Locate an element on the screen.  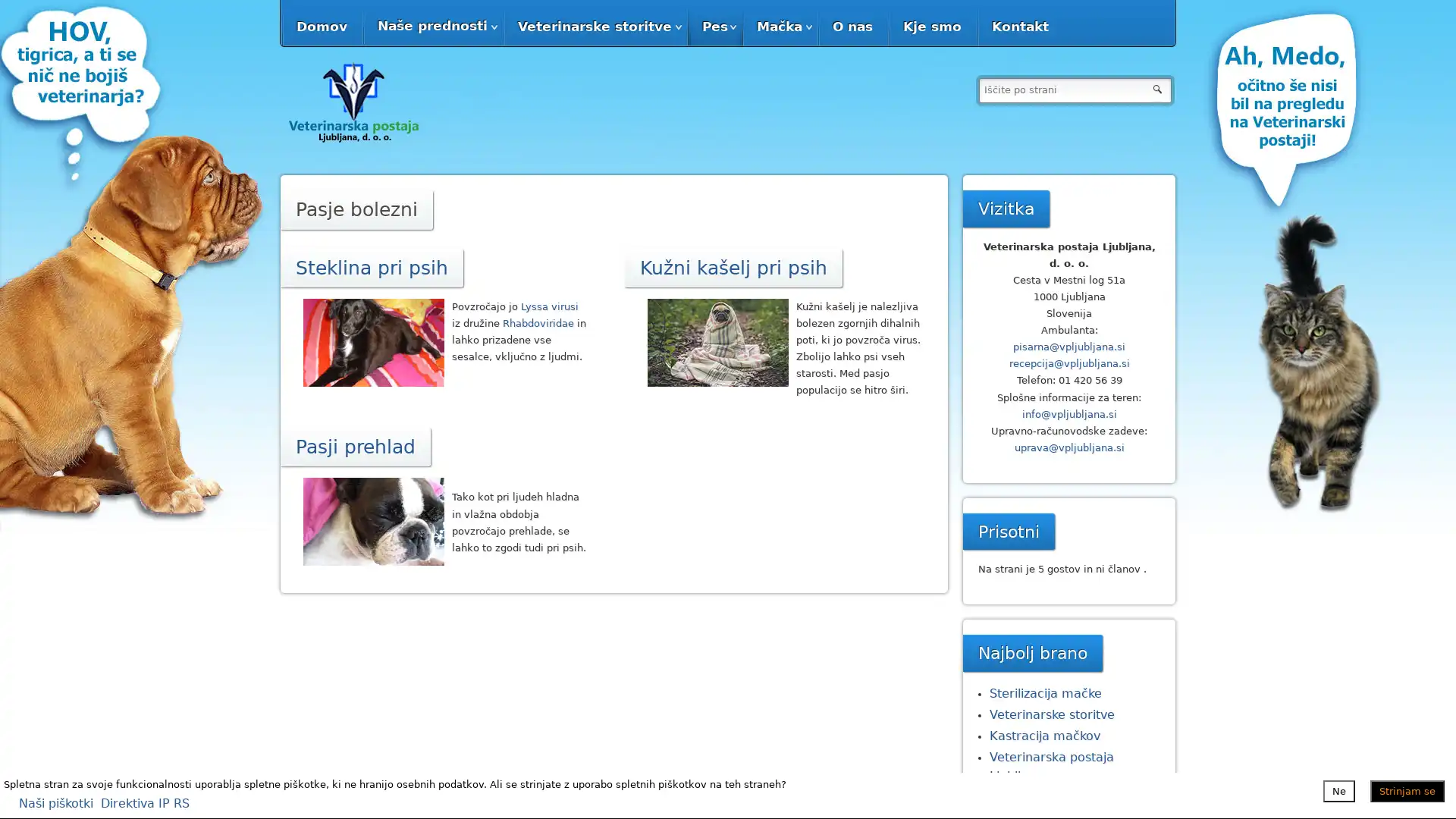
Ne is located at coordinates (1339, 789).